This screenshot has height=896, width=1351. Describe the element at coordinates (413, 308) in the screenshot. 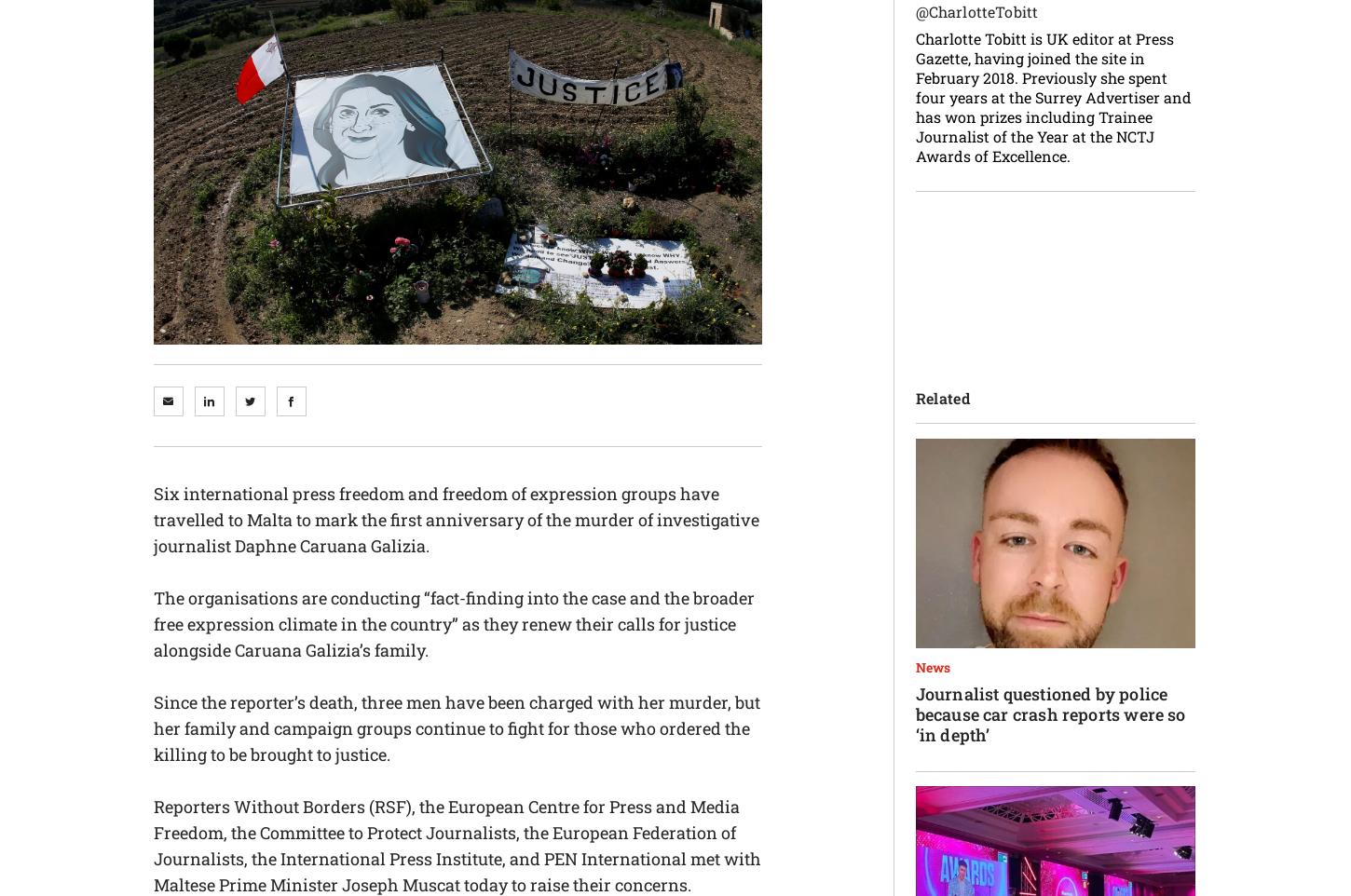

I see `'See All'` at that location.